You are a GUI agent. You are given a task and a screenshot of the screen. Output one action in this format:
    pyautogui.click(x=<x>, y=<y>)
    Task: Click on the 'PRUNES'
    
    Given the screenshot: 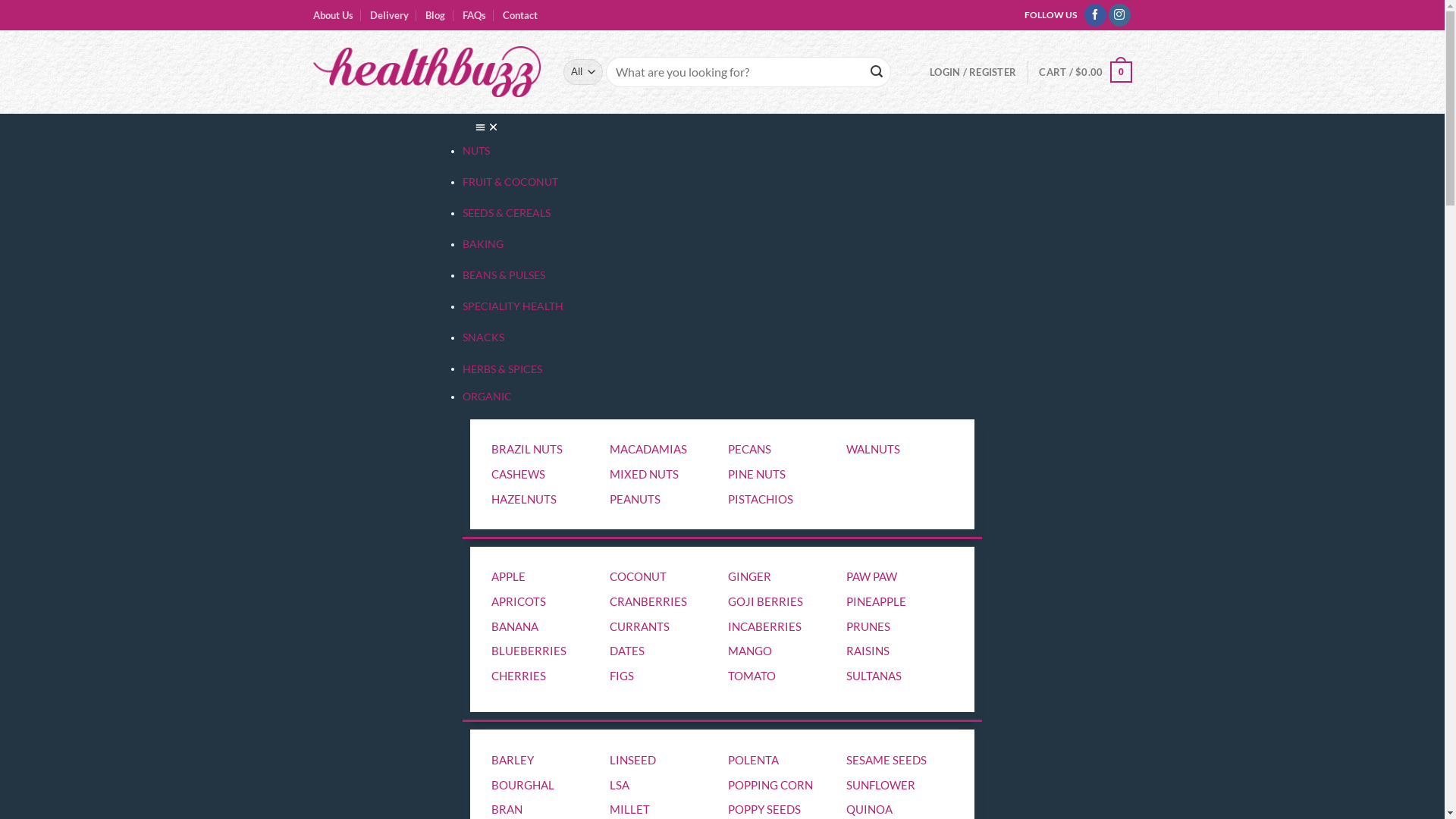 What is the action you would take?
    pyautogui.click(x=868, y=626)
    